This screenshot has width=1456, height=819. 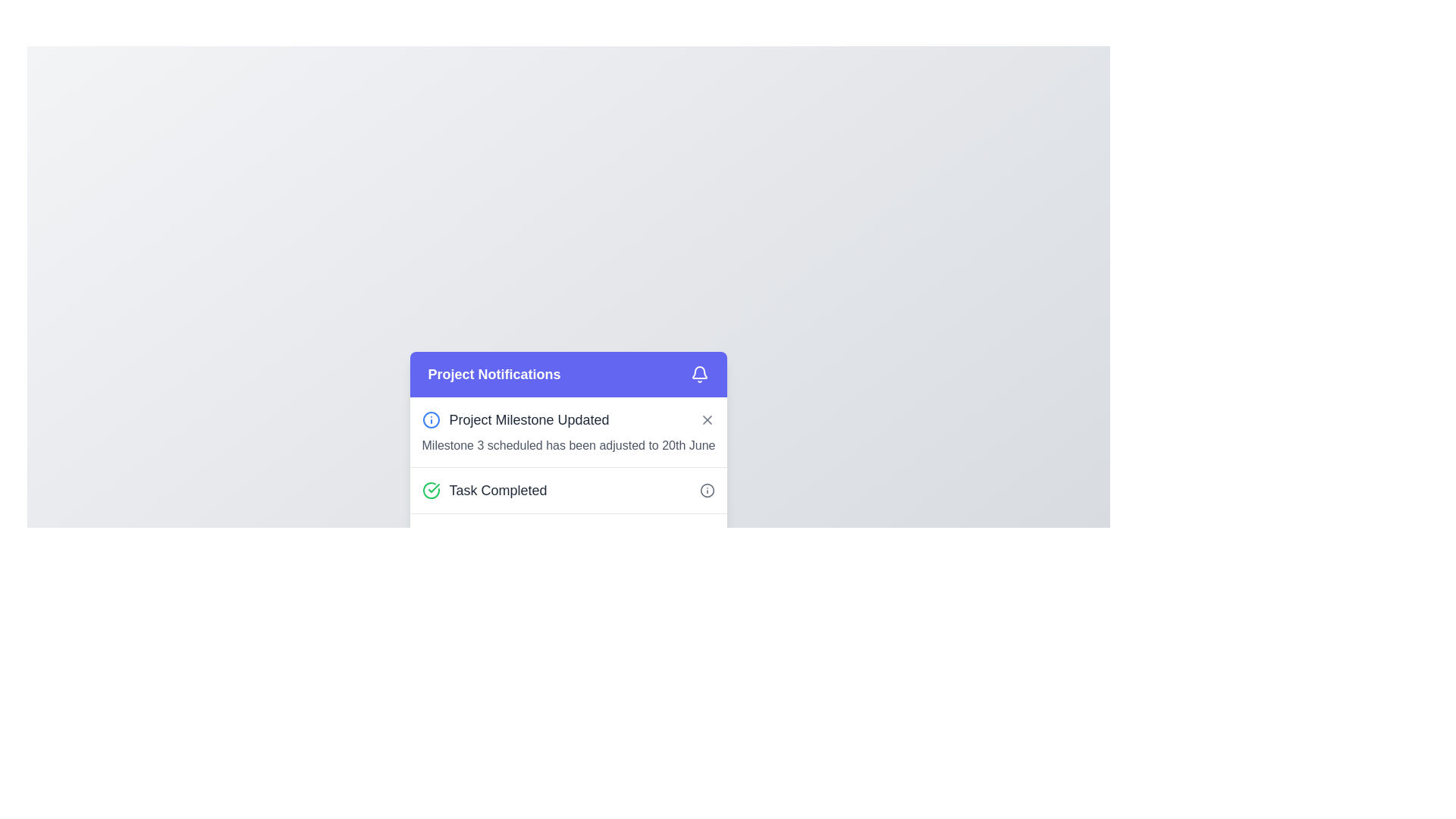 What do you see at coordinates (430, 491) in the screenshot?
I see `the circular icon with a green outer stroke and a check mark inside, located within the 'Task Completed' notification item in the 'Project Notifications' interface` at bounding box center [430, 491].